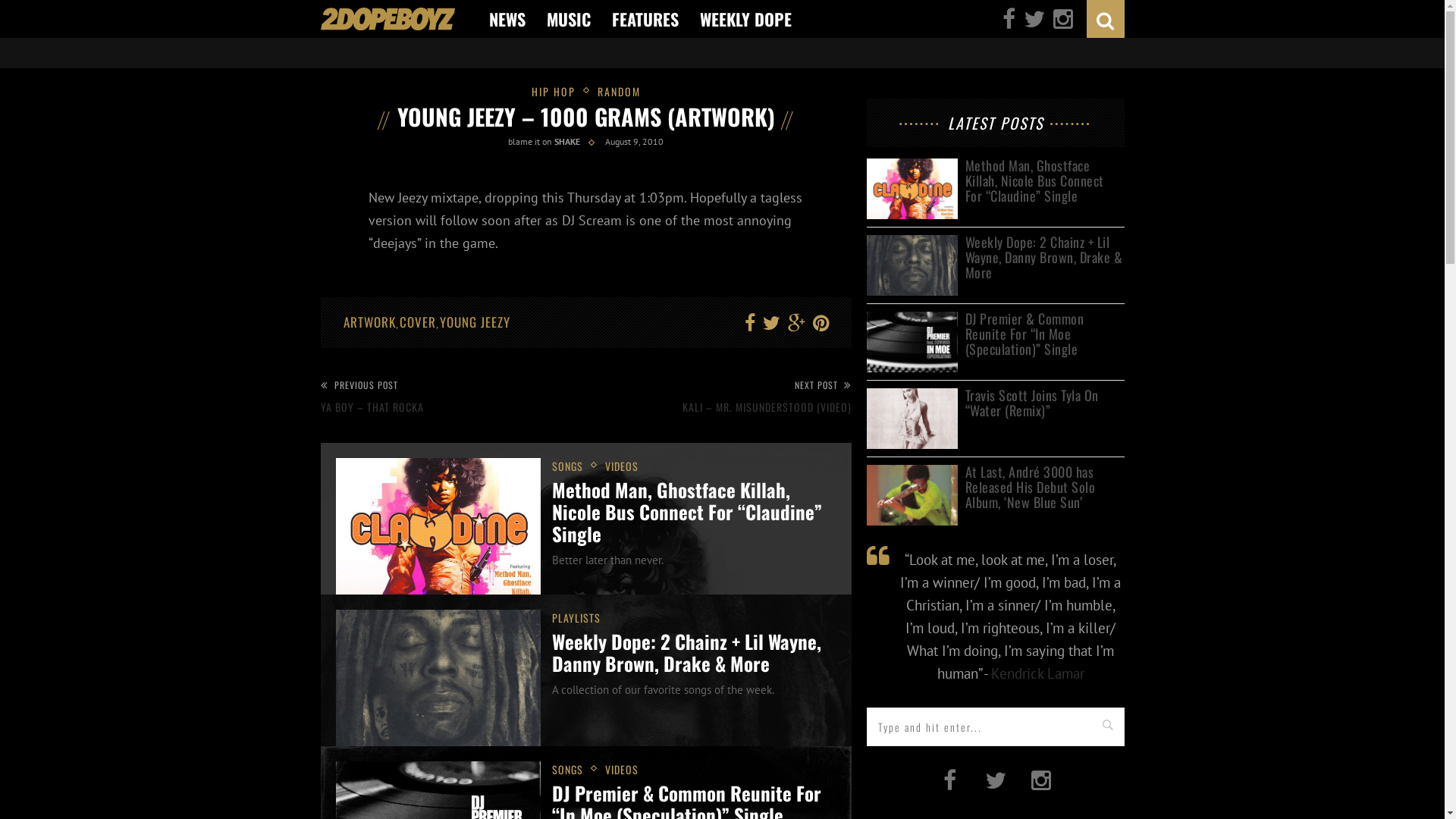  I want to click on 'VIDEOS', so click(622, 769).